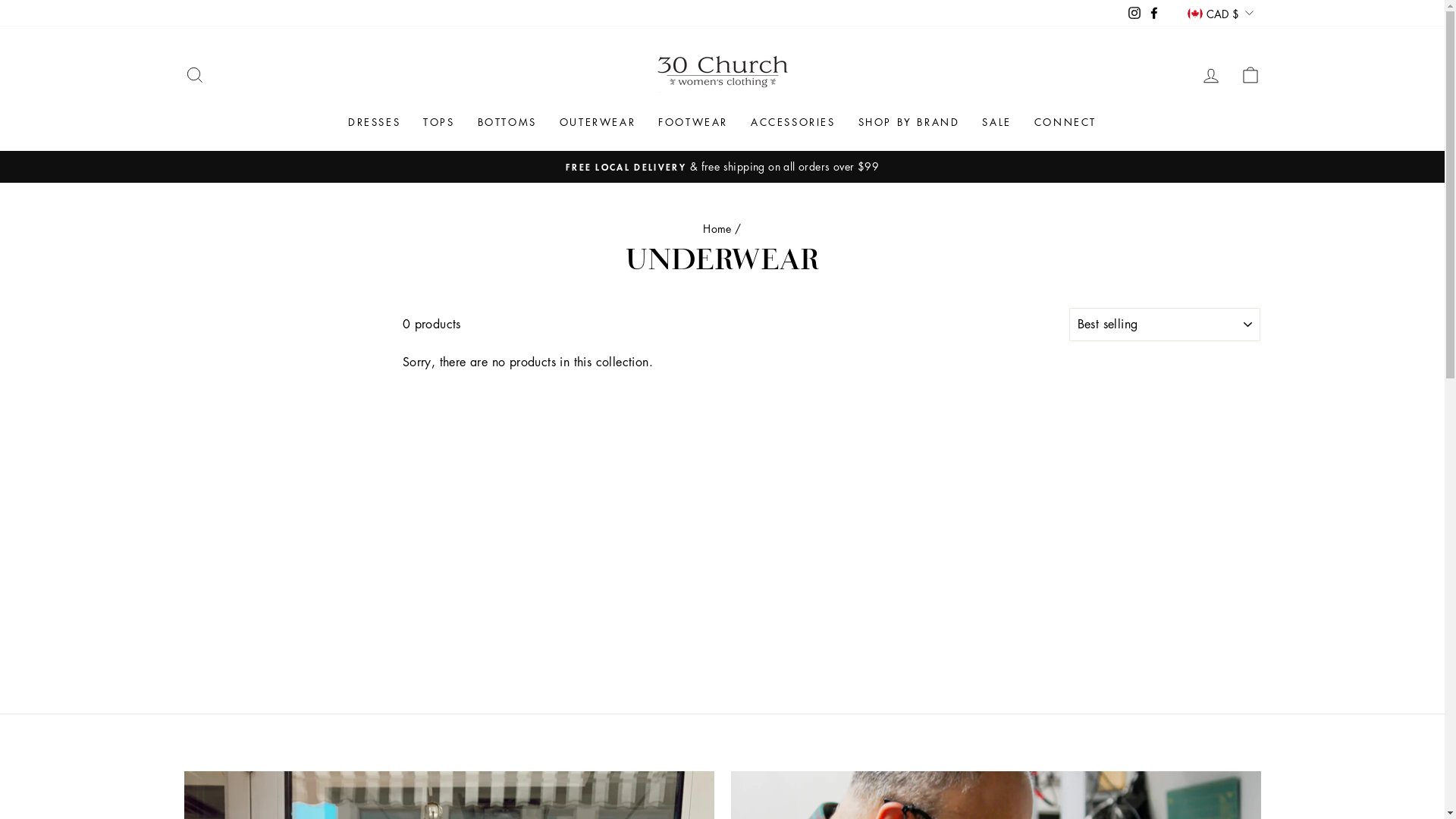  I want to click on 'Instagram', so click(1134, 12).